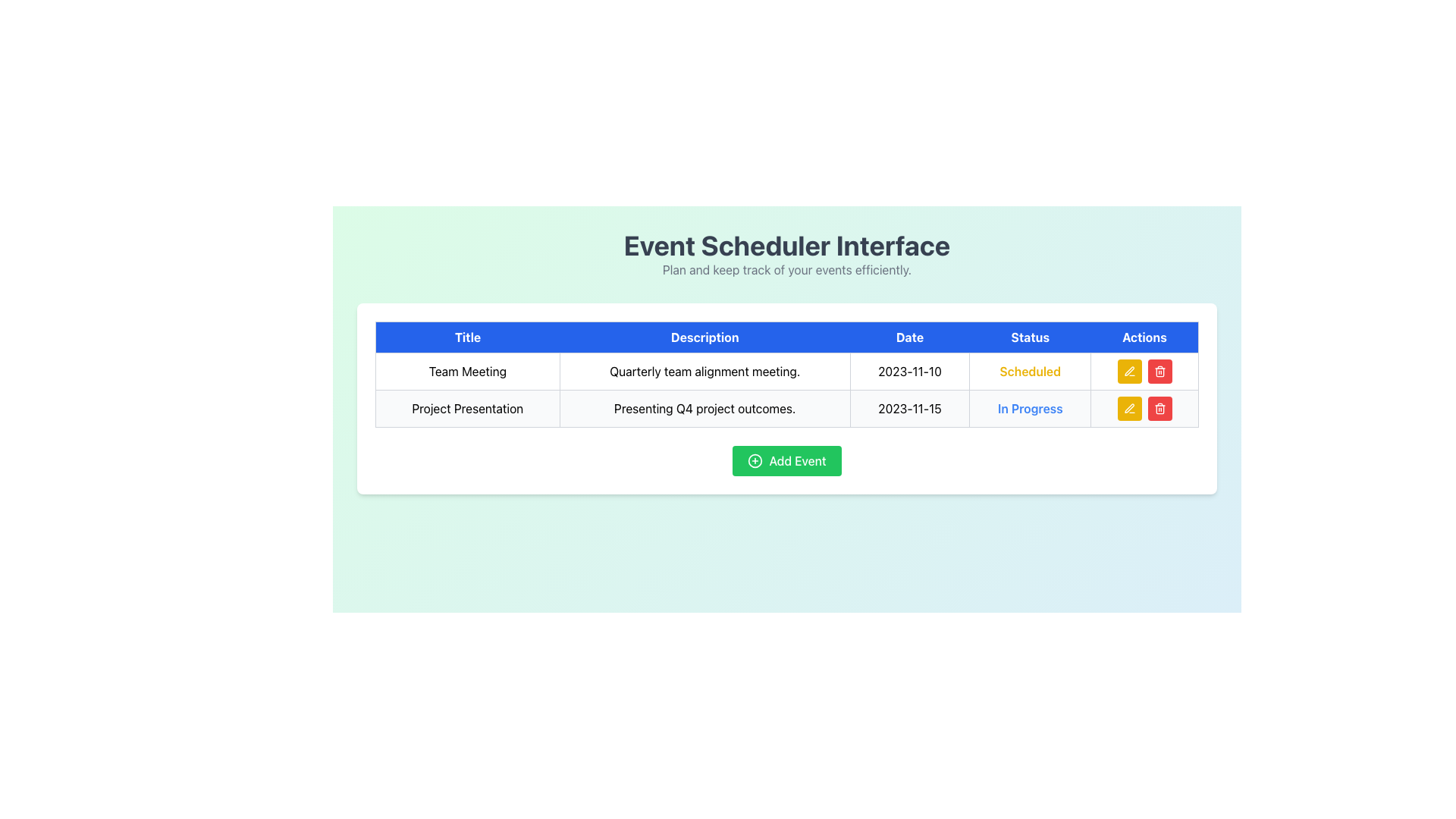 The image size is (1456, 819). I want to click on the text display that provides the description of the 'Team Meeting' event, located in the second cell of the 'Description' column in the first row of the table, so click(704, 371).